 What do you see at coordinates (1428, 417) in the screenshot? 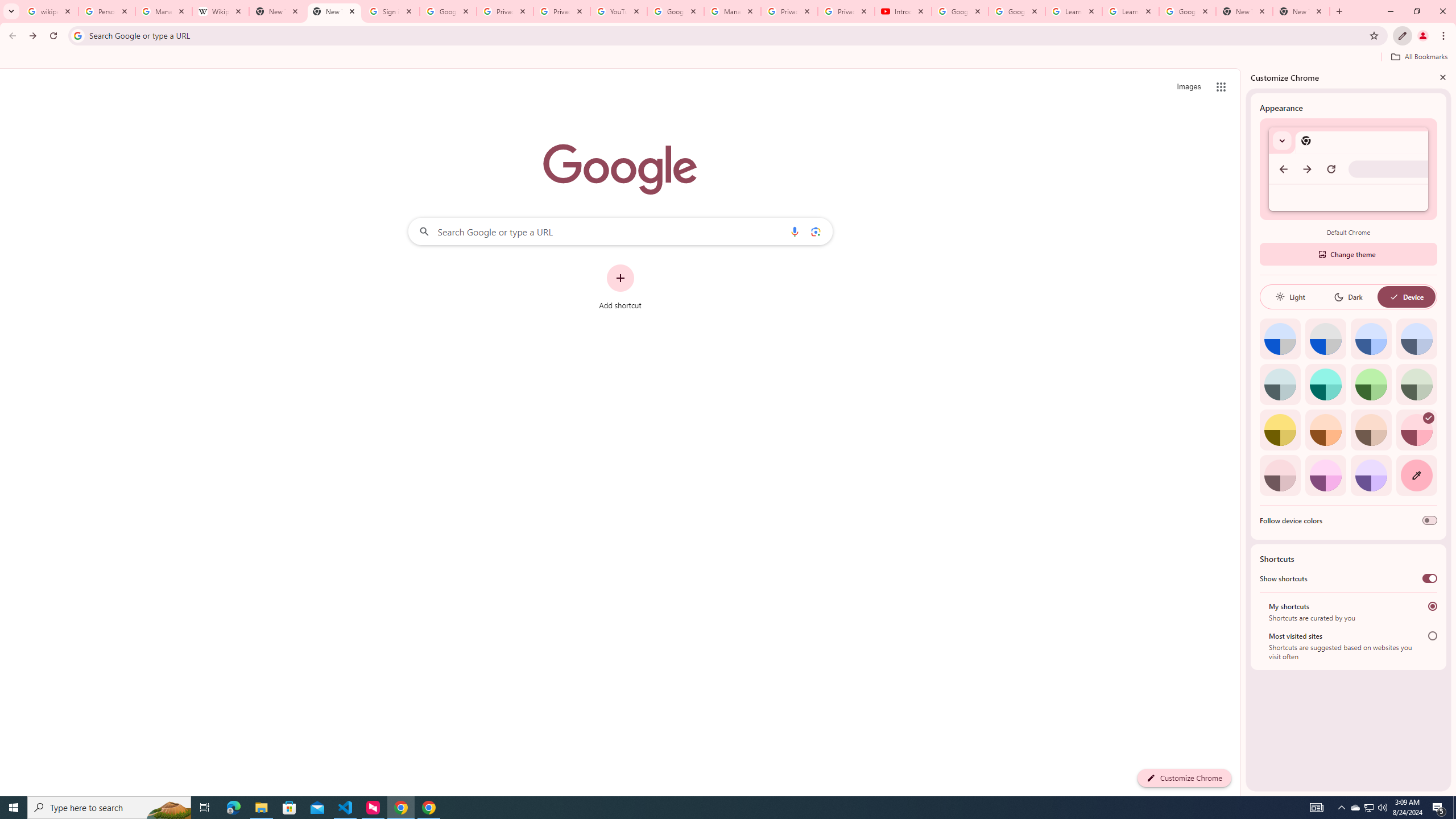
I see `'AutomationID: svg'` at bounding box center [1428, 417].